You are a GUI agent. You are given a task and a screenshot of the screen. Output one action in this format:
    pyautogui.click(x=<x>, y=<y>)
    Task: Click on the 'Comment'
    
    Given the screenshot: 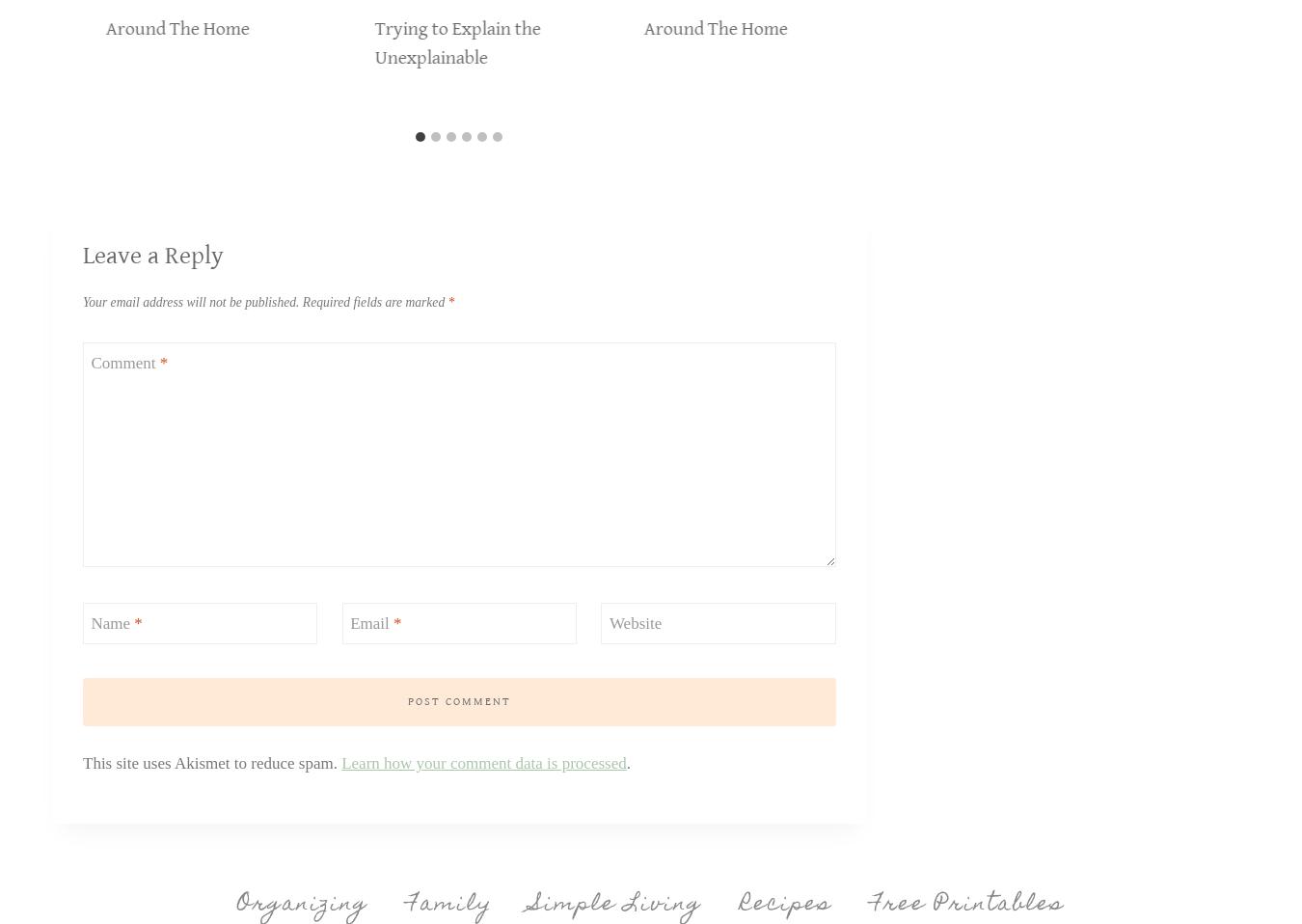 What is the action you would take?
    pyautogui.click(x=124, y=361)
    